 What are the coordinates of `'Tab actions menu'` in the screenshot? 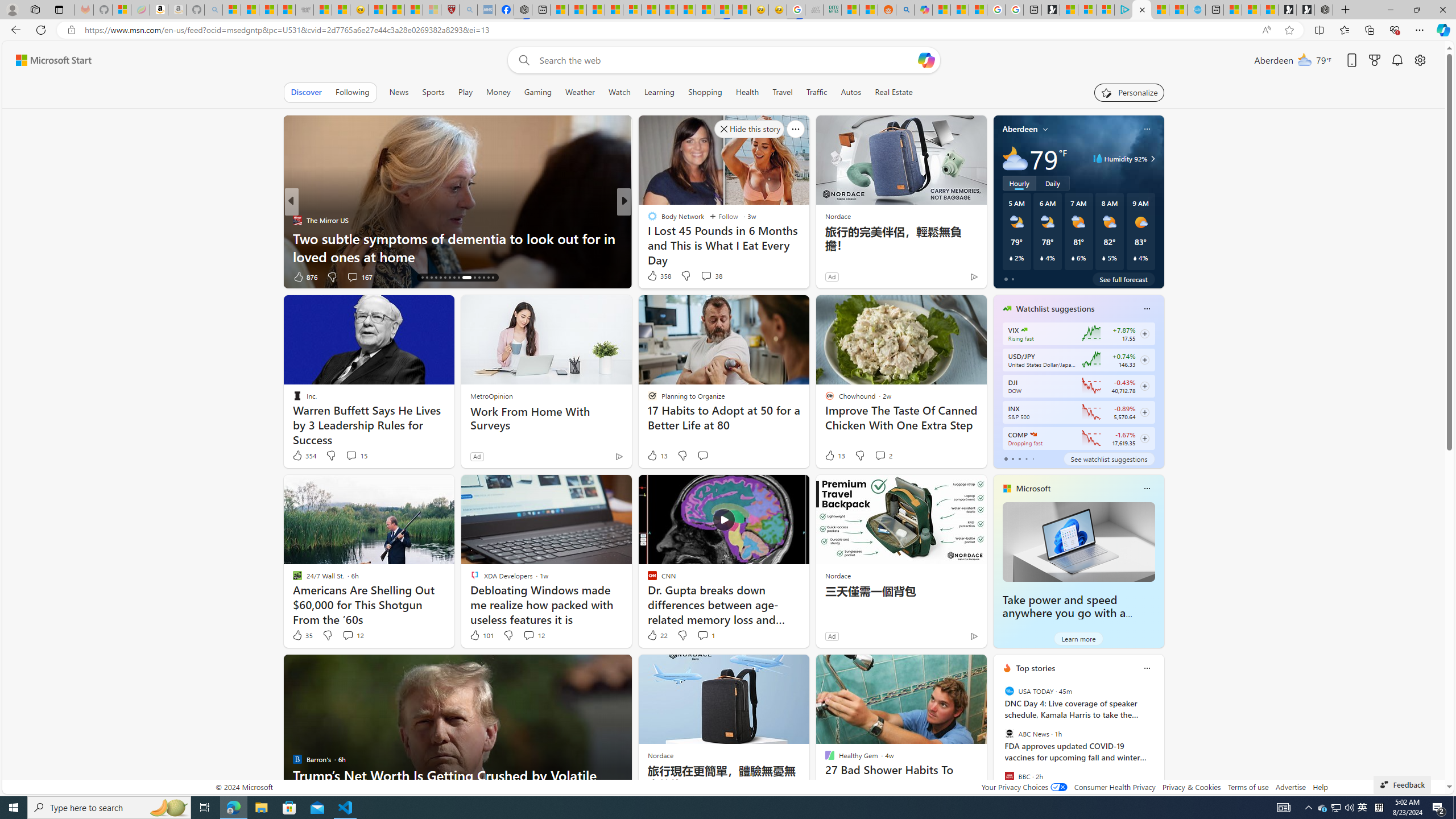 It's located at (58, 9).